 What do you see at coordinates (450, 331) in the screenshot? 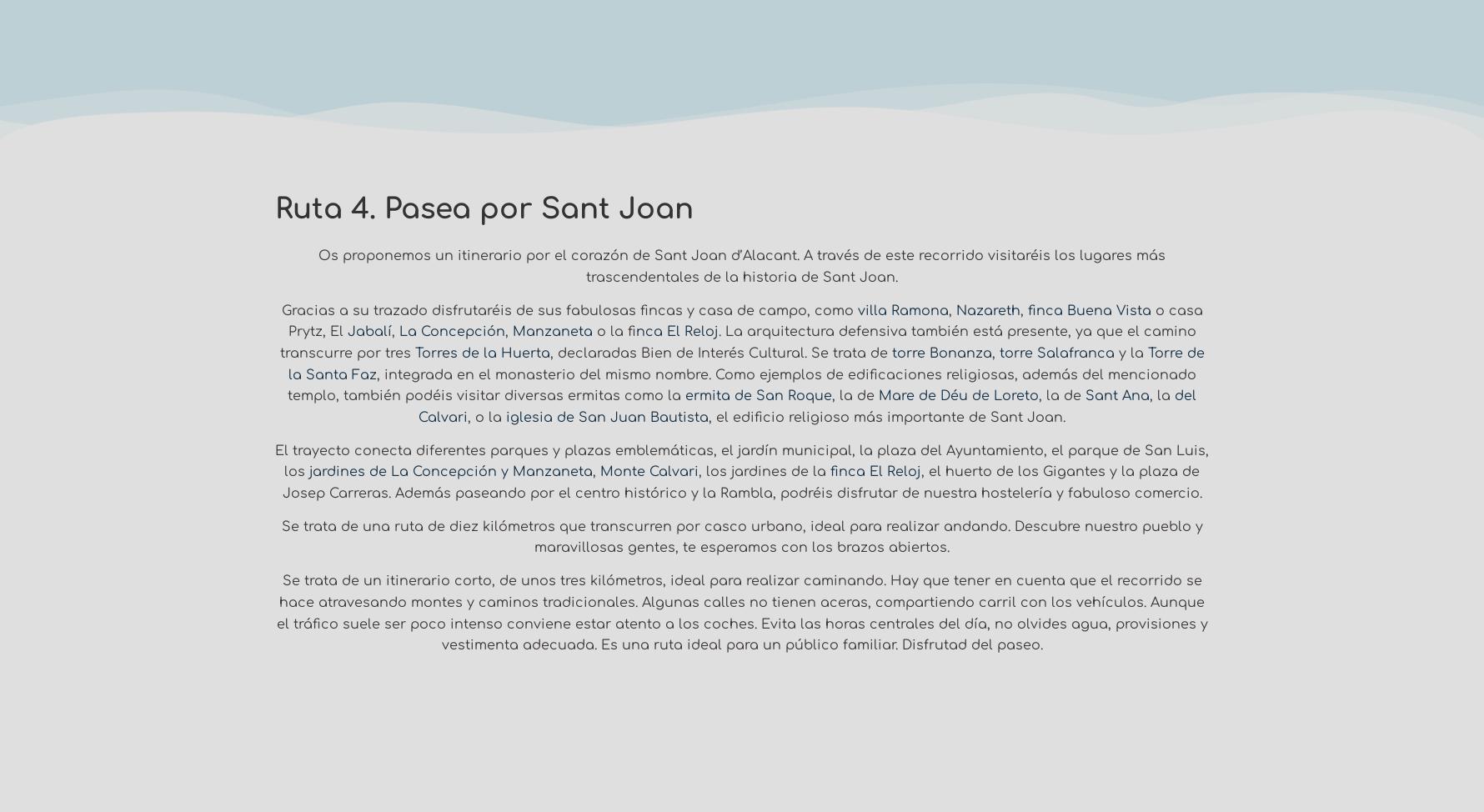
I see `'La Concepción'` at bounding box center [450, 331].